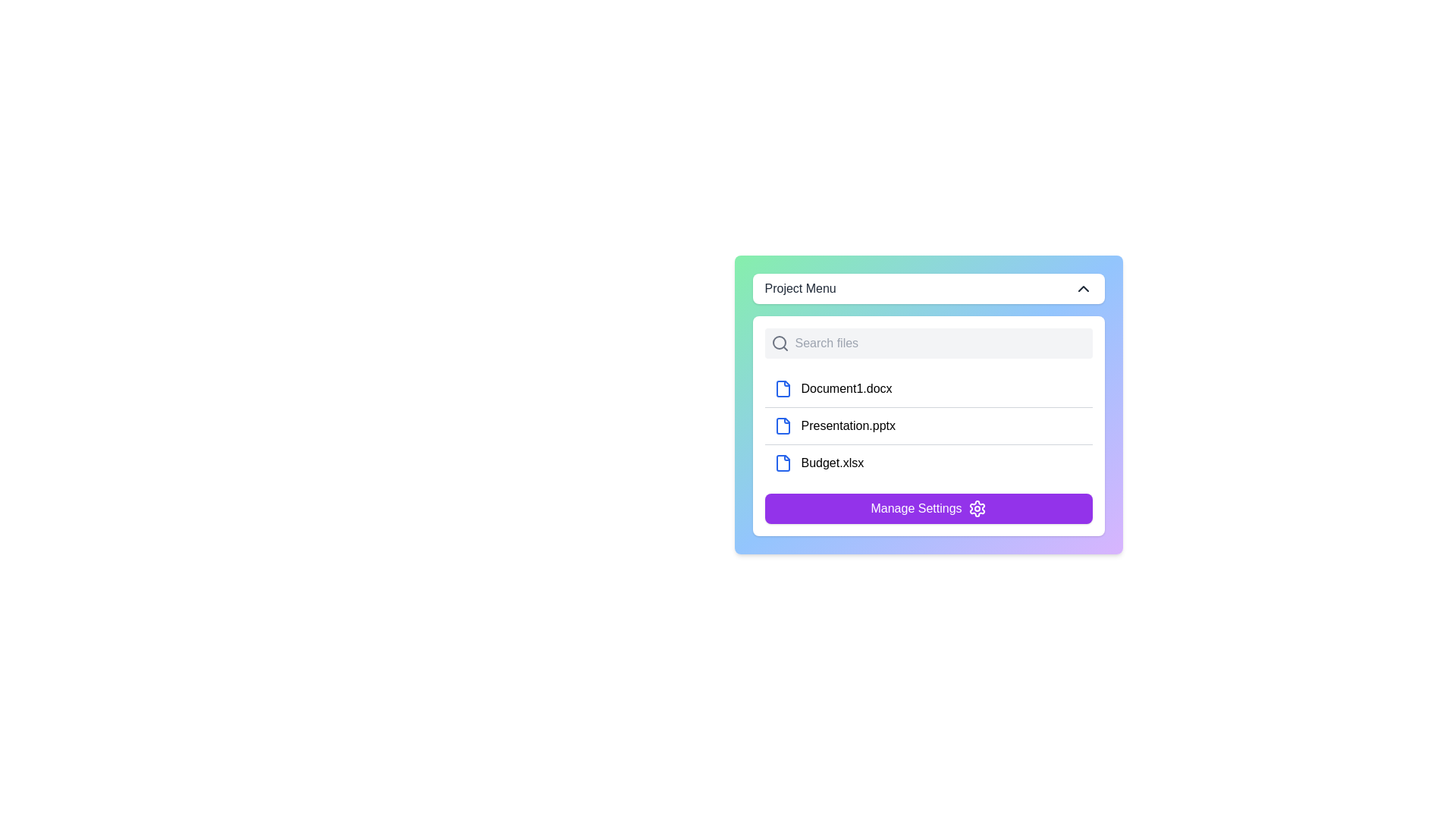 This screenshot has width=1456, height=819. What do you see at coordinates (783, 462) in the screenshot?
I see `the icon representing the file type or status of 'Budget.xlsx' located in the bottommost entry of the dropdown menu` at bounding box center [783, 462].